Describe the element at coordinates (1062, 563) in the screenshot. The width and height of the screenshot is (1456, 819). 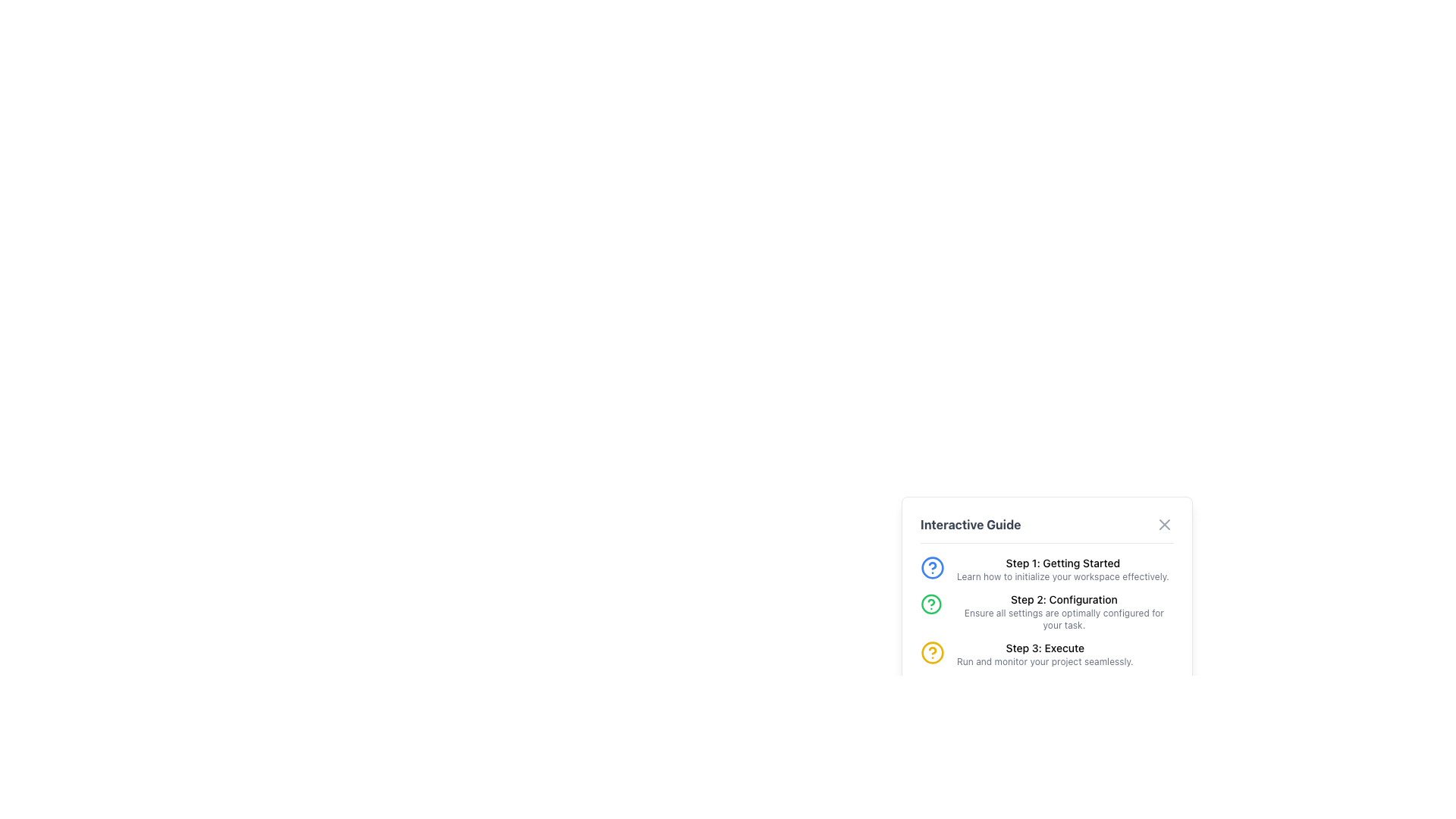
I see `the Text Label that serves as the heading for the Interactive Guide panel, located at the top-middle side of the content area, above the text 'Learn how to initialize your workspace effectively.'` at that location.